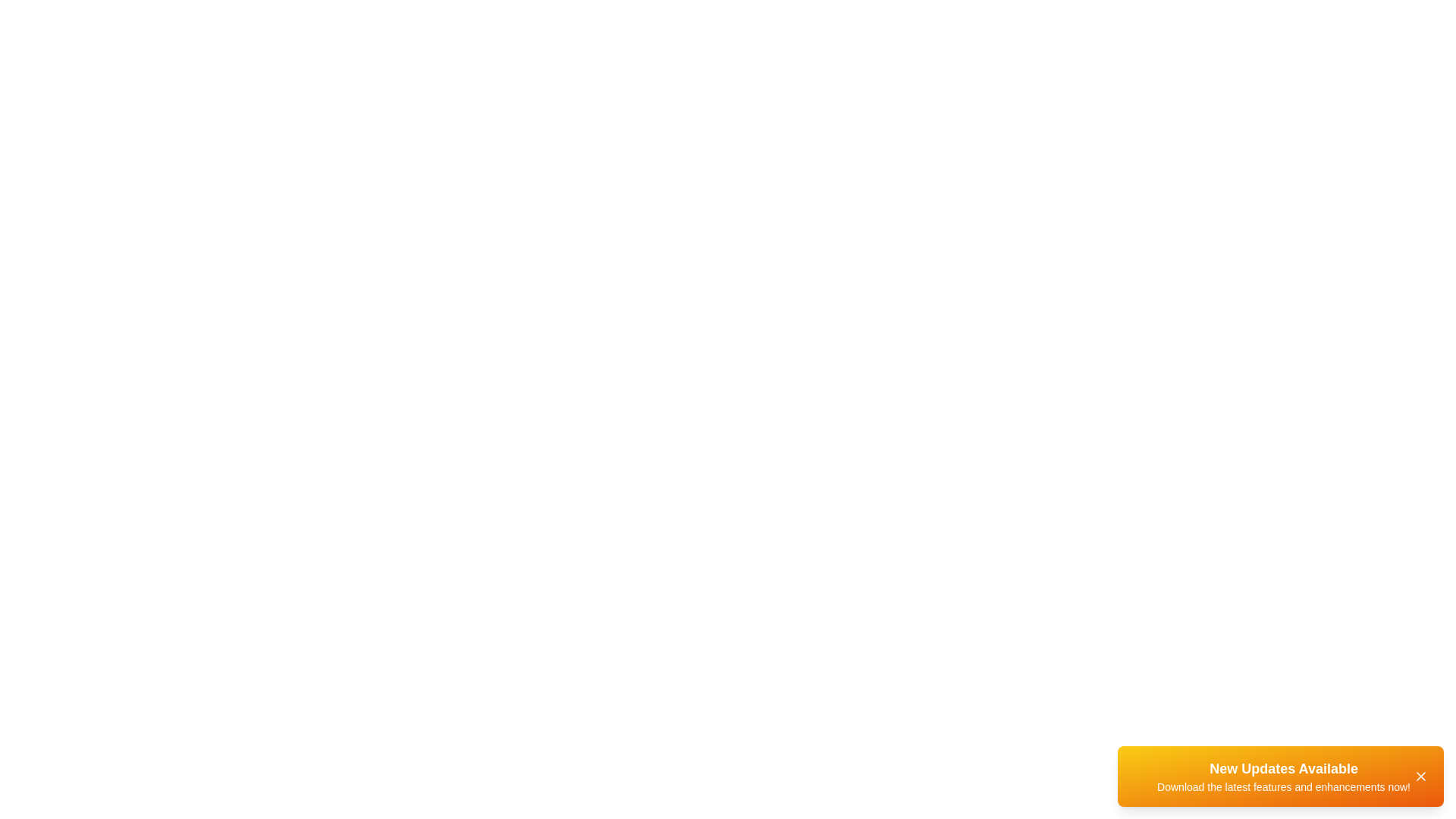 The height and width of the screenshot is (819, 1456). What do you see at coordinates (1420, 776) in the screenshot?
I see `the close button to dismiss the snackbar` at bounding box center [1420, 776].